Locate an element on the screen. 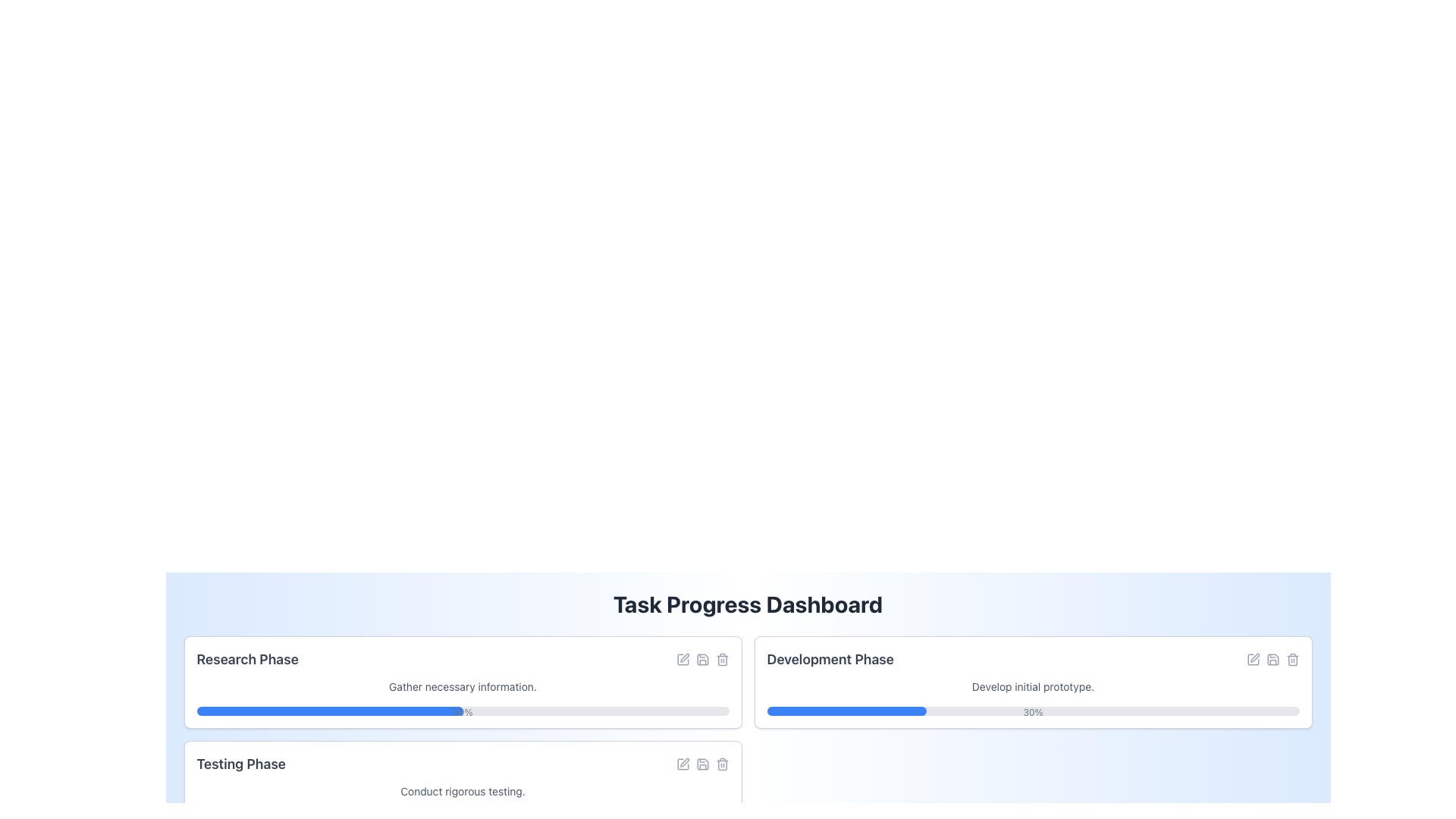 This screenshot has height=819, width=1456. the trash can icon button located is located at coordinates (721, 764).